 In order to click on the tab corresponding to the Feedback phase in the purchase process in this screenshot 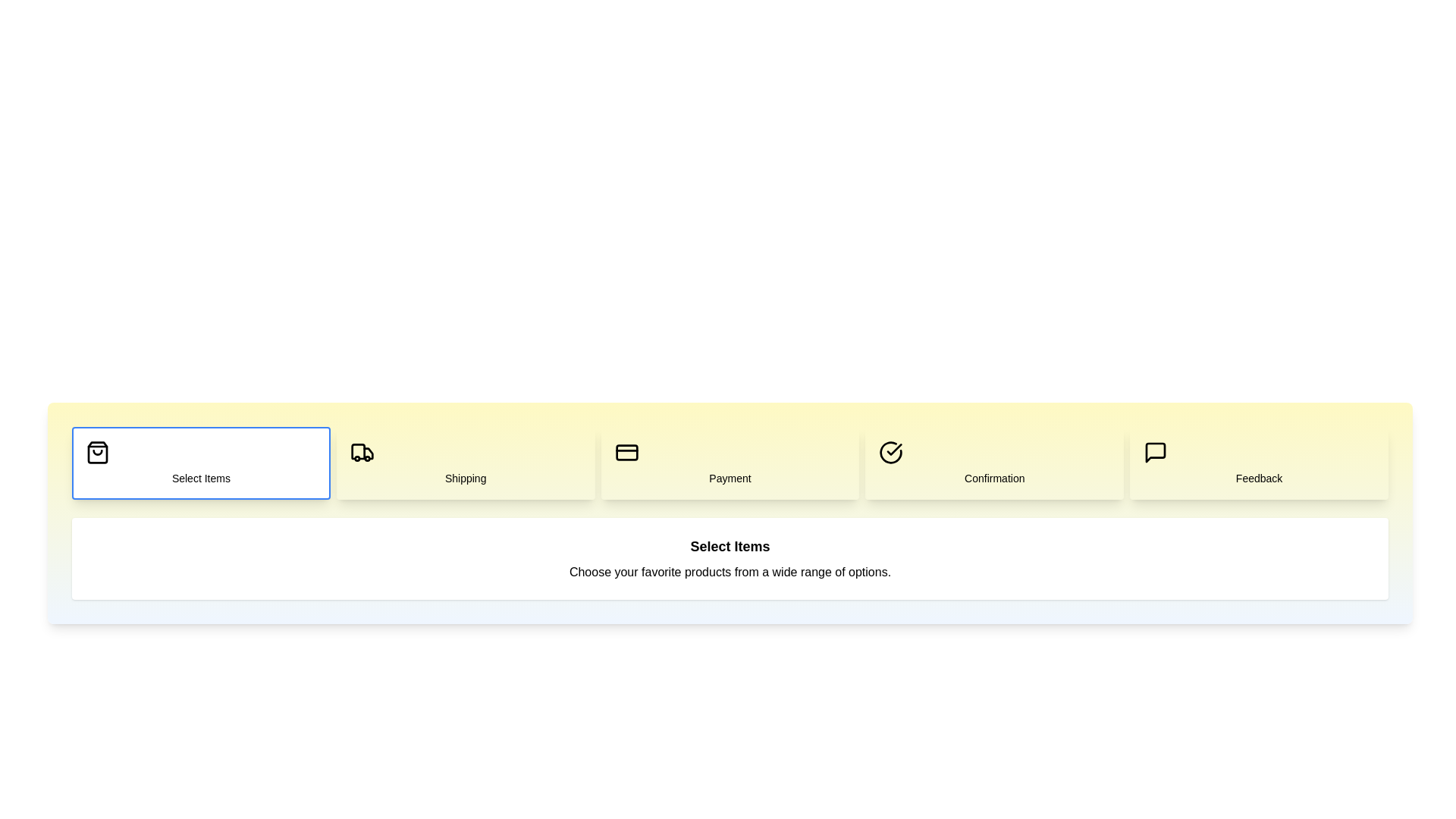, I will do `click(1259, 462)`.